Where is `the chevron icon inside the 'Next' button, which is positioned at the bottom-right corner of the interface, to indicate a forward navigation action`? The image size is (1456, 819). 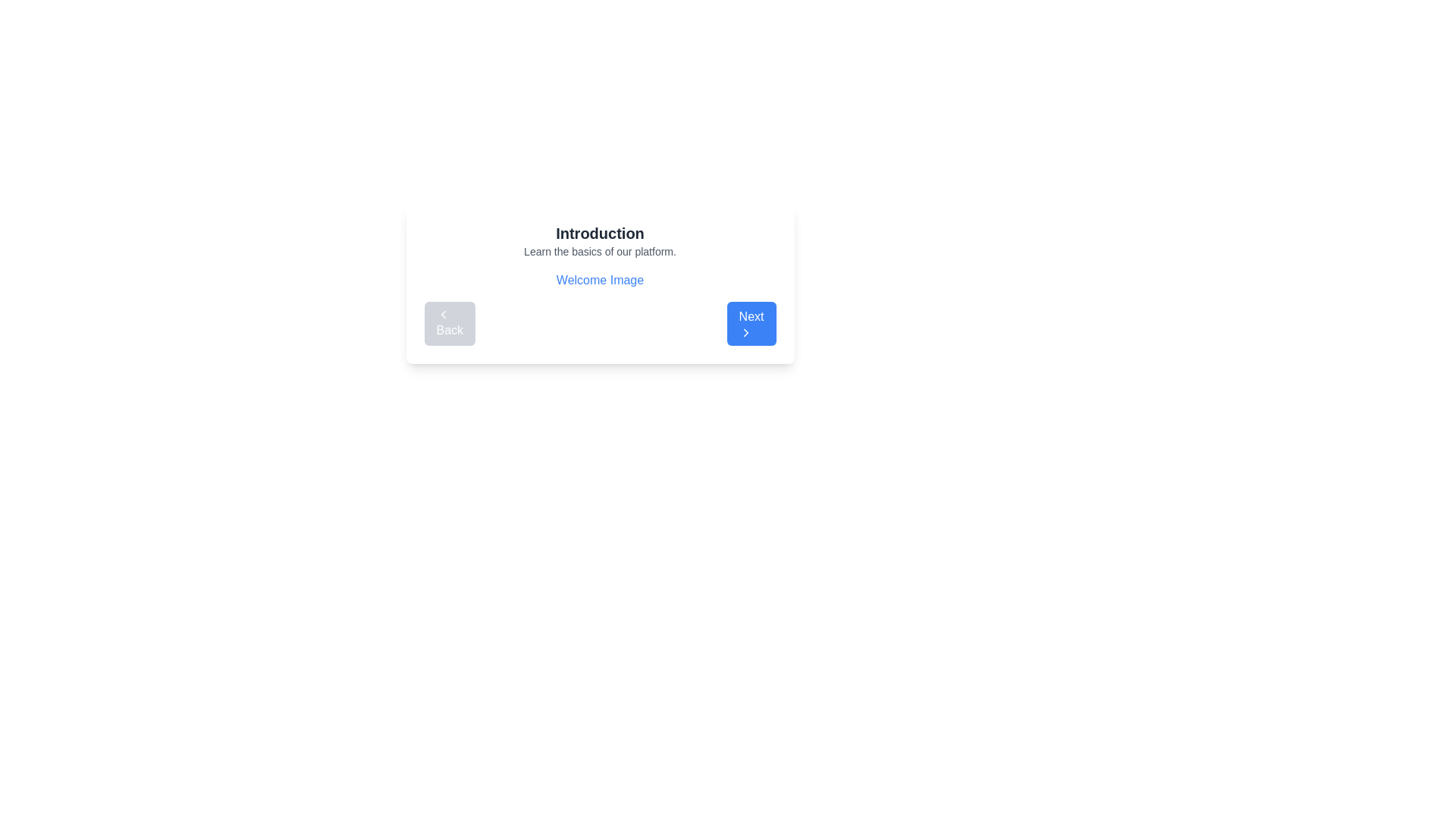
the chevron icon inside the 'Next' button, which is positioned at the bottom-right corner of the interface, to indicate a forward navigation action is located at coordinates (745, 332).